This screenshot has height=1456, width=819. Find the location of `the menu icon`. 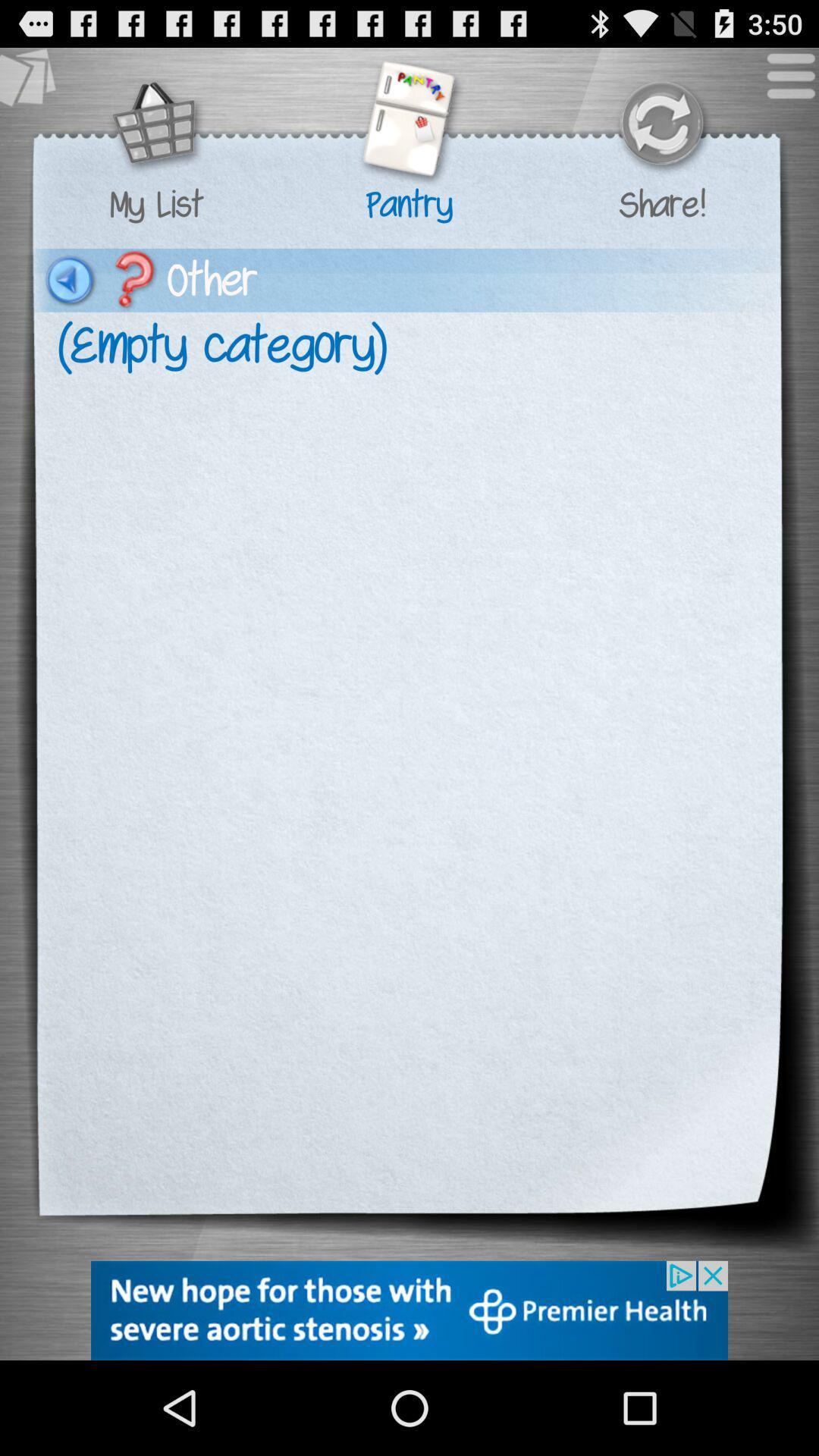

the menu icon is located at coordinates (783, 89).